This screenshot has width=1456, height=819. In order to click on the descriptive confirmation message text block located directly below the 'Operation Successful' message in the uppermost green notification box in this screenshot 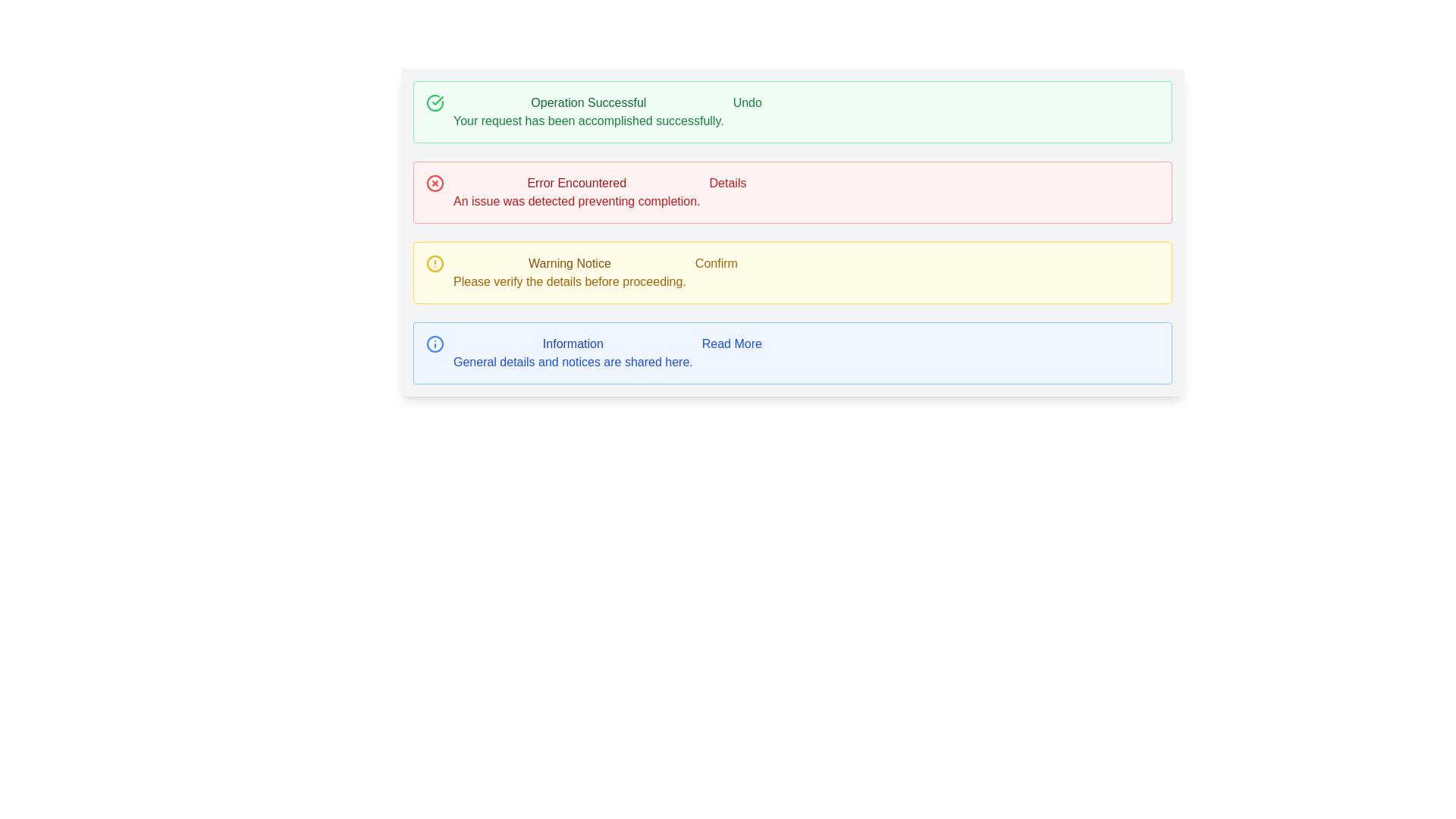, I will do `click(588, 120)`.